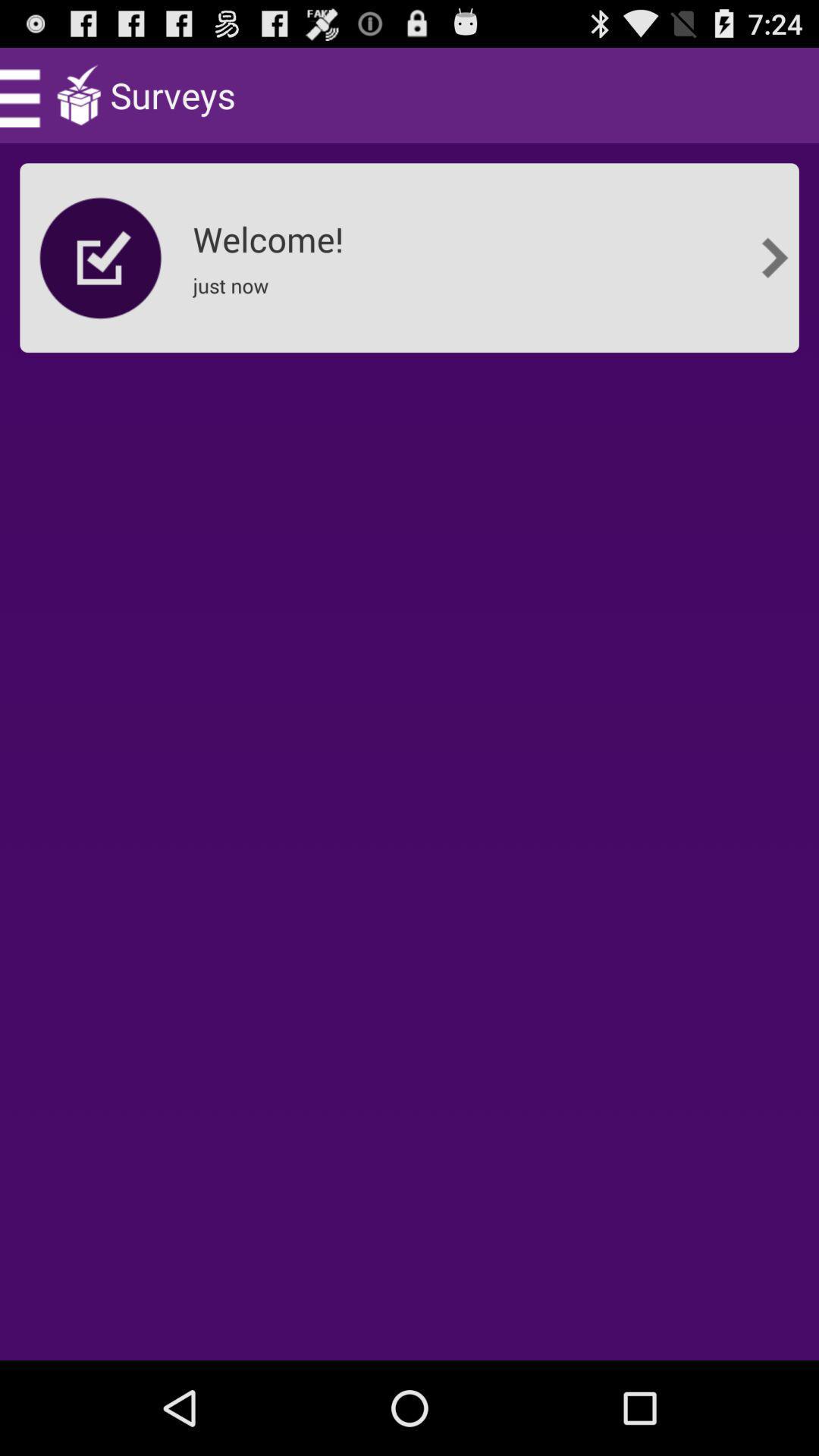 The width and height of the screenshot is (819, 1456). What do you see at coordinates (101, 258) in the screenshot?
I see `item next to the welcome!` at bounding box center [101, 258].